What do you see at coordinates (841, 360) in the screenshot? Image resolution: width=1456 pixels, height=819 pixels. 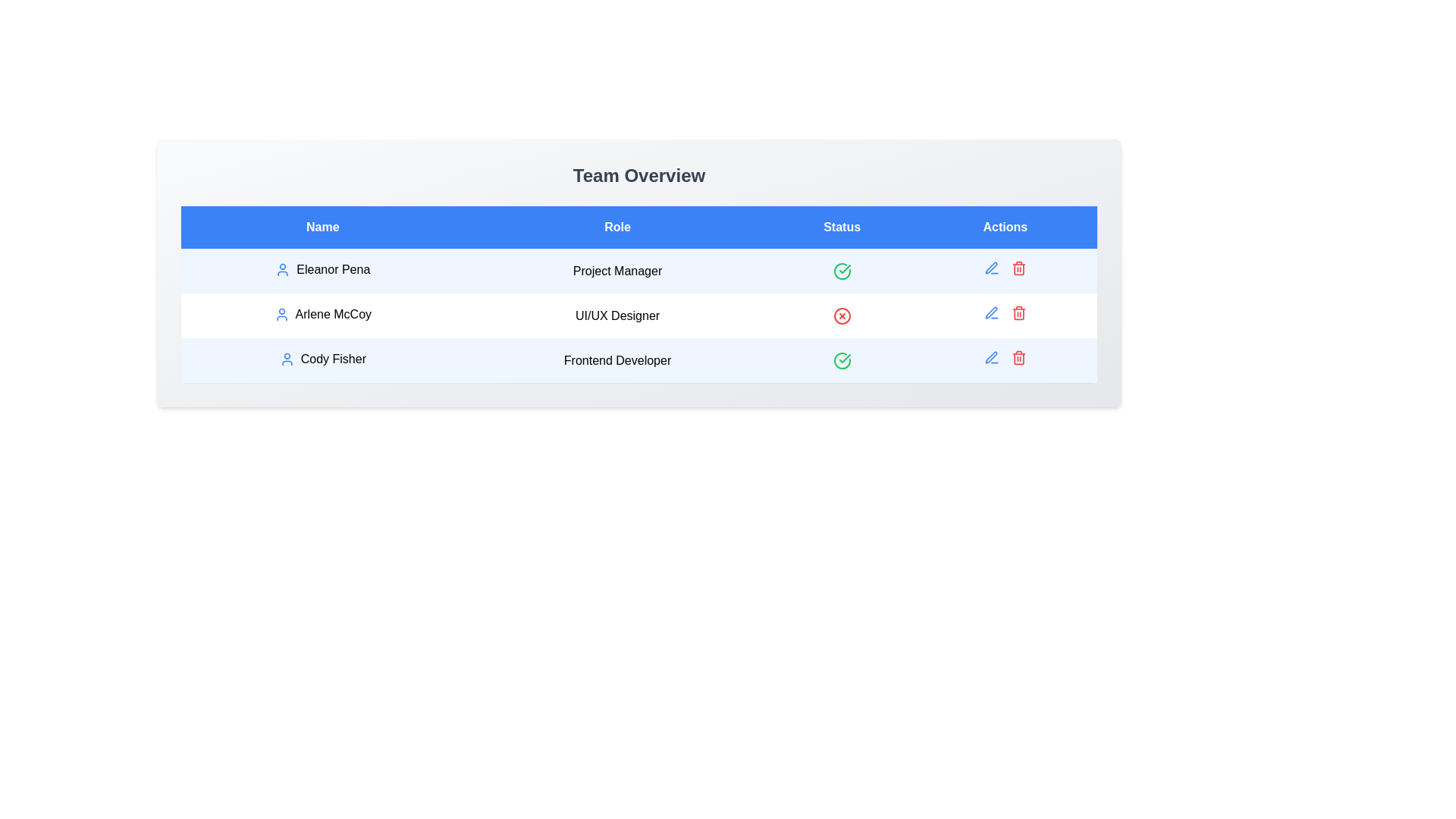 I see `the confirmatory green status icon for the 'Cody Fisher - Frontend Developer' entry in the 'Status' column` at bounding box center [841, 360].